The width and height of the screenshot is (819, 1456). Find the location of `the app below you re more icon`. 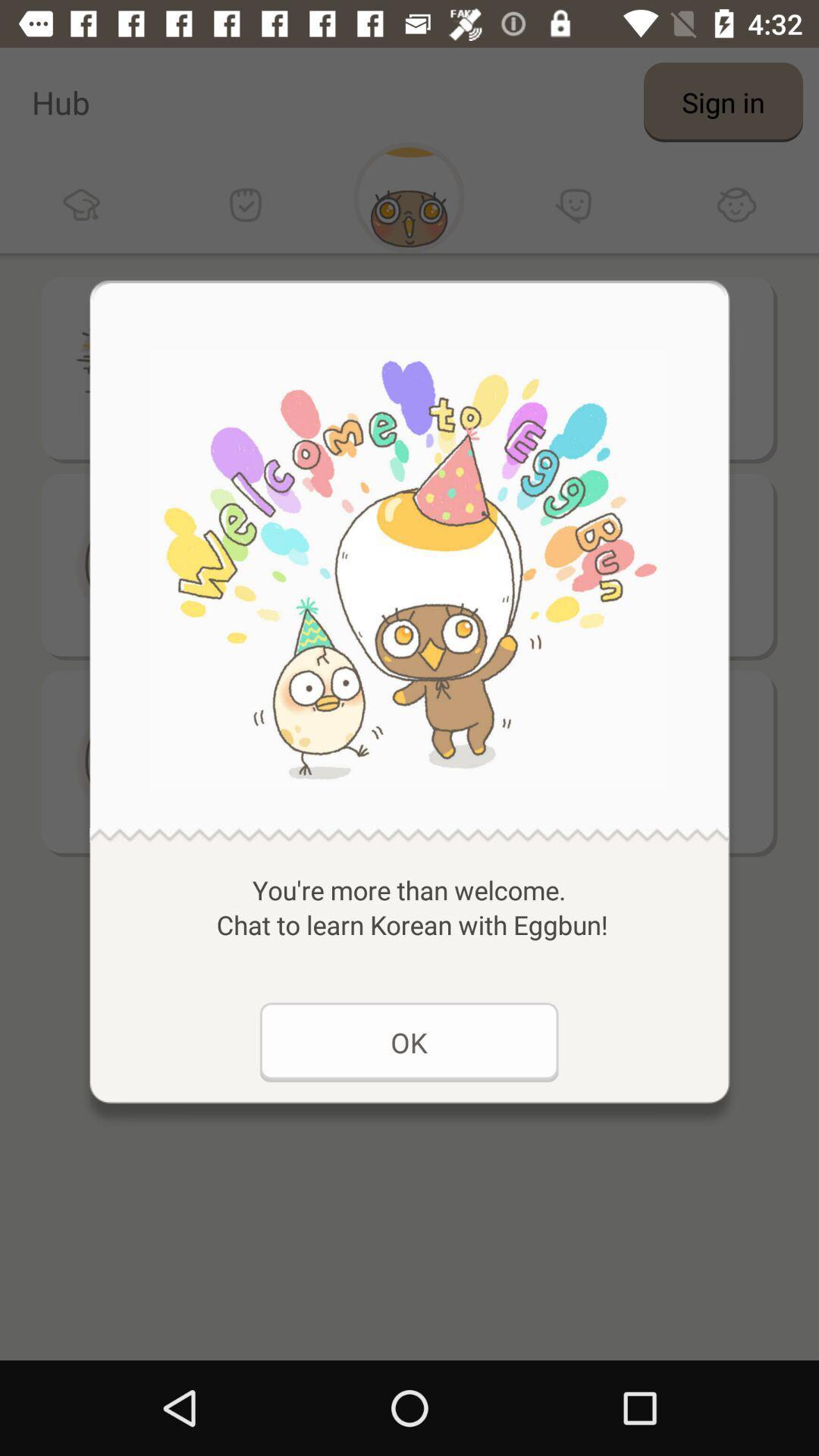

the app below you re more icon is located at coordinates (408, 1041).